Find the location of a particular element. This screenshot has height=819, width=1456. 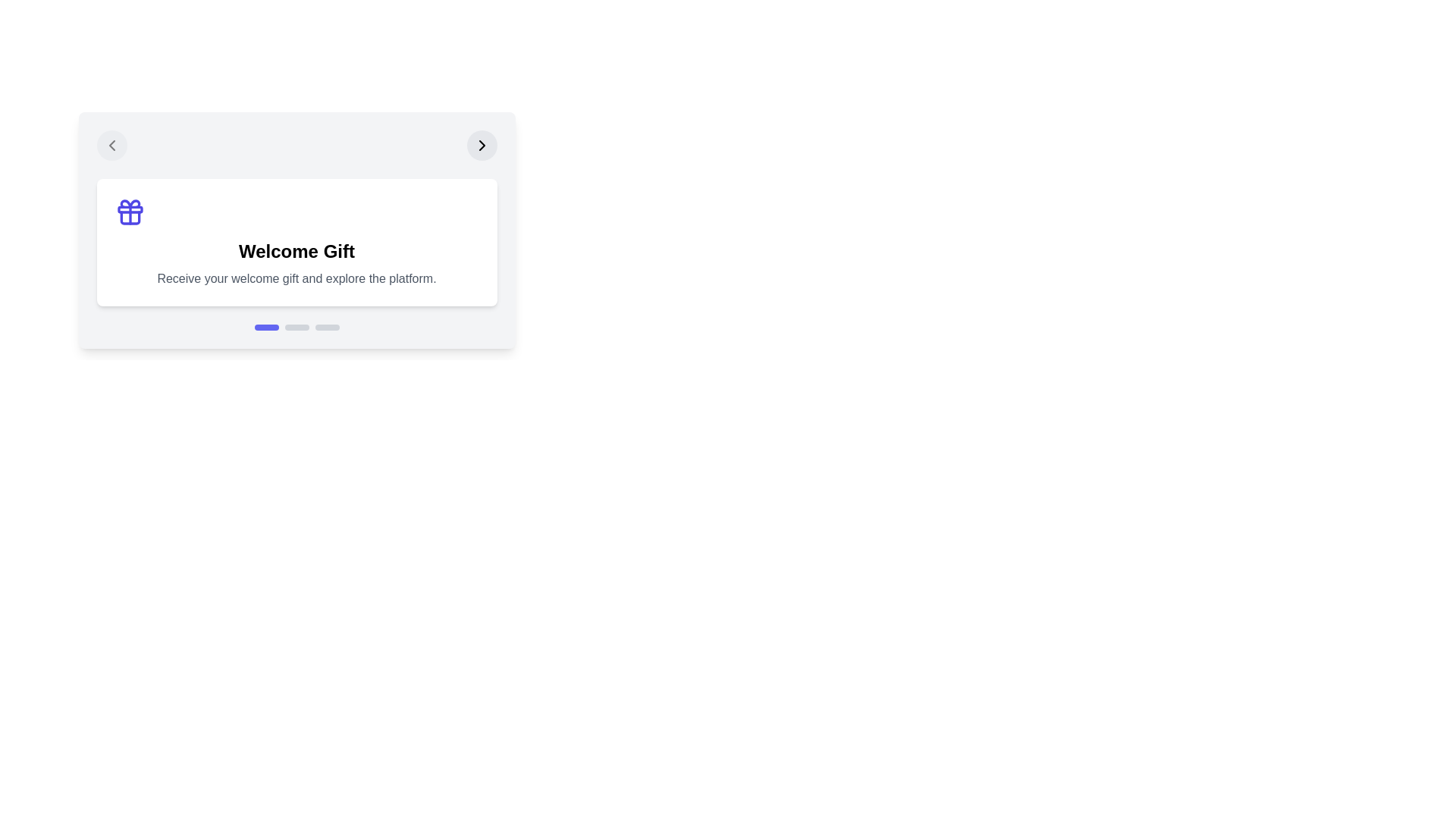

the stage indicator corresponding to stage 3 is located at coordinates (326, 327).